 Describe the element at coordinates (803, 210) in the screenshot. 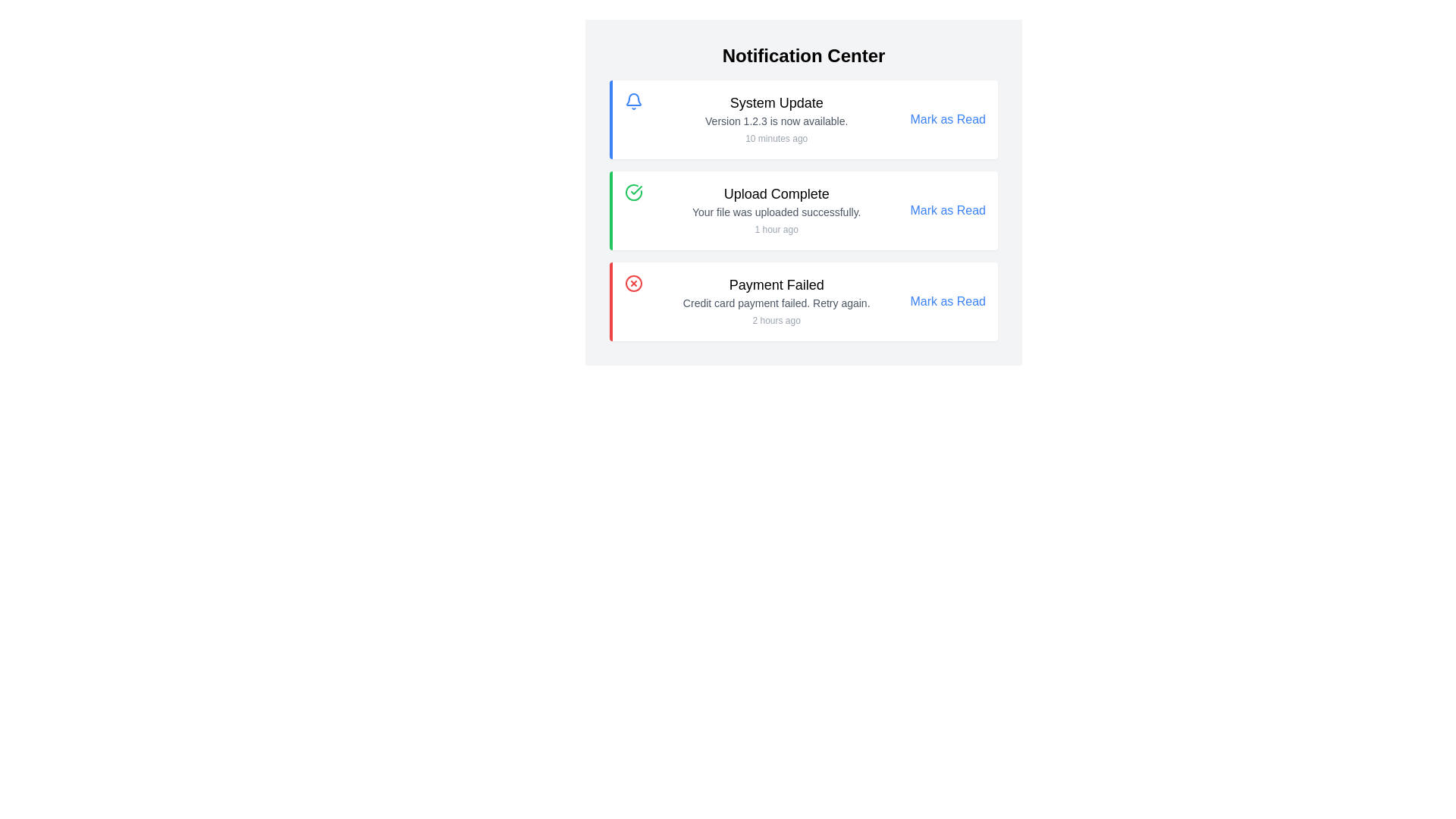

I see `the success notification card indicating a completed file upload, which is the second item in the notification list` at that location.